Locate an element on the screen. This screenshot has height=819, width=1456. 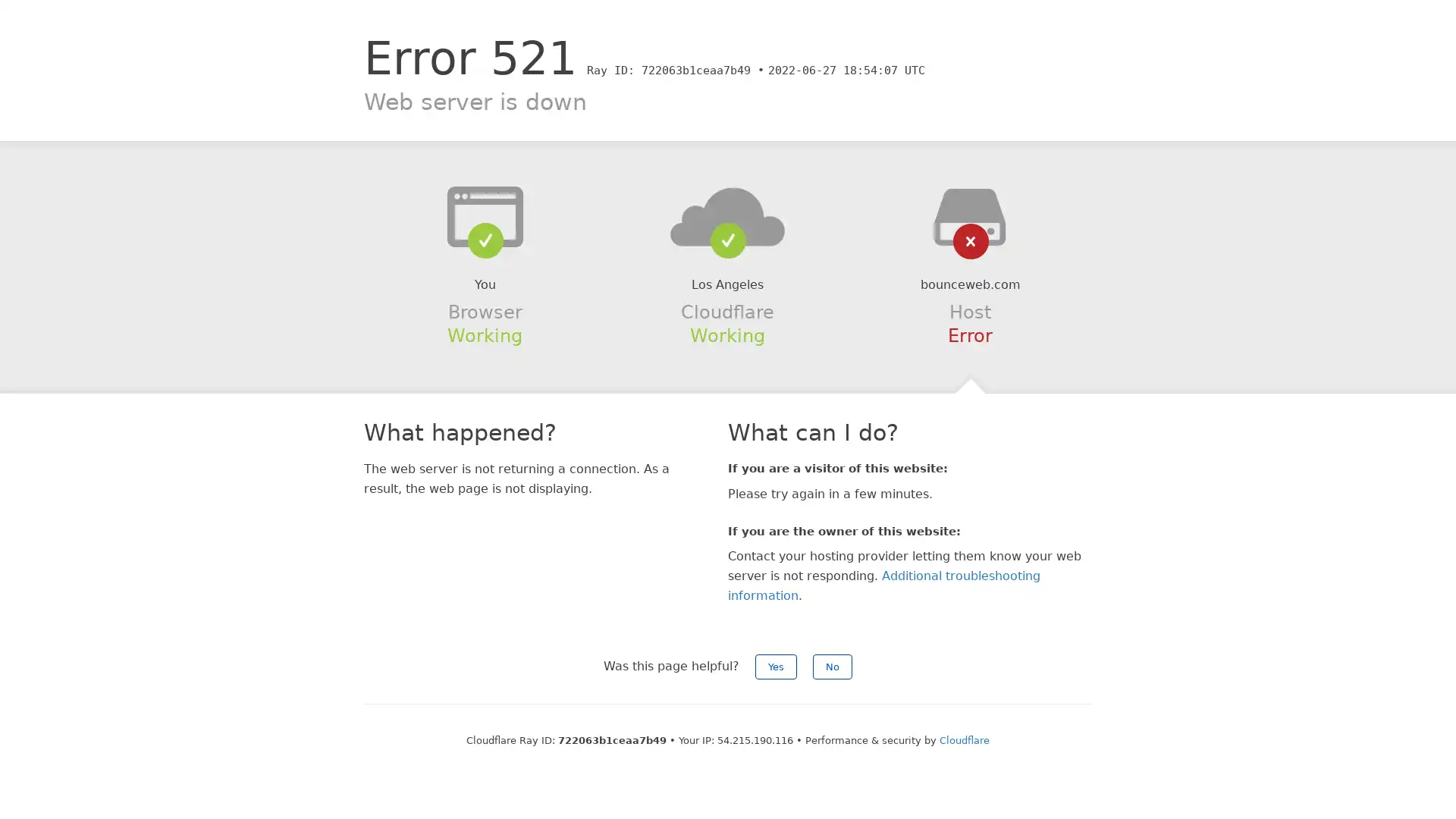
No is located at coordinates (832, 666).